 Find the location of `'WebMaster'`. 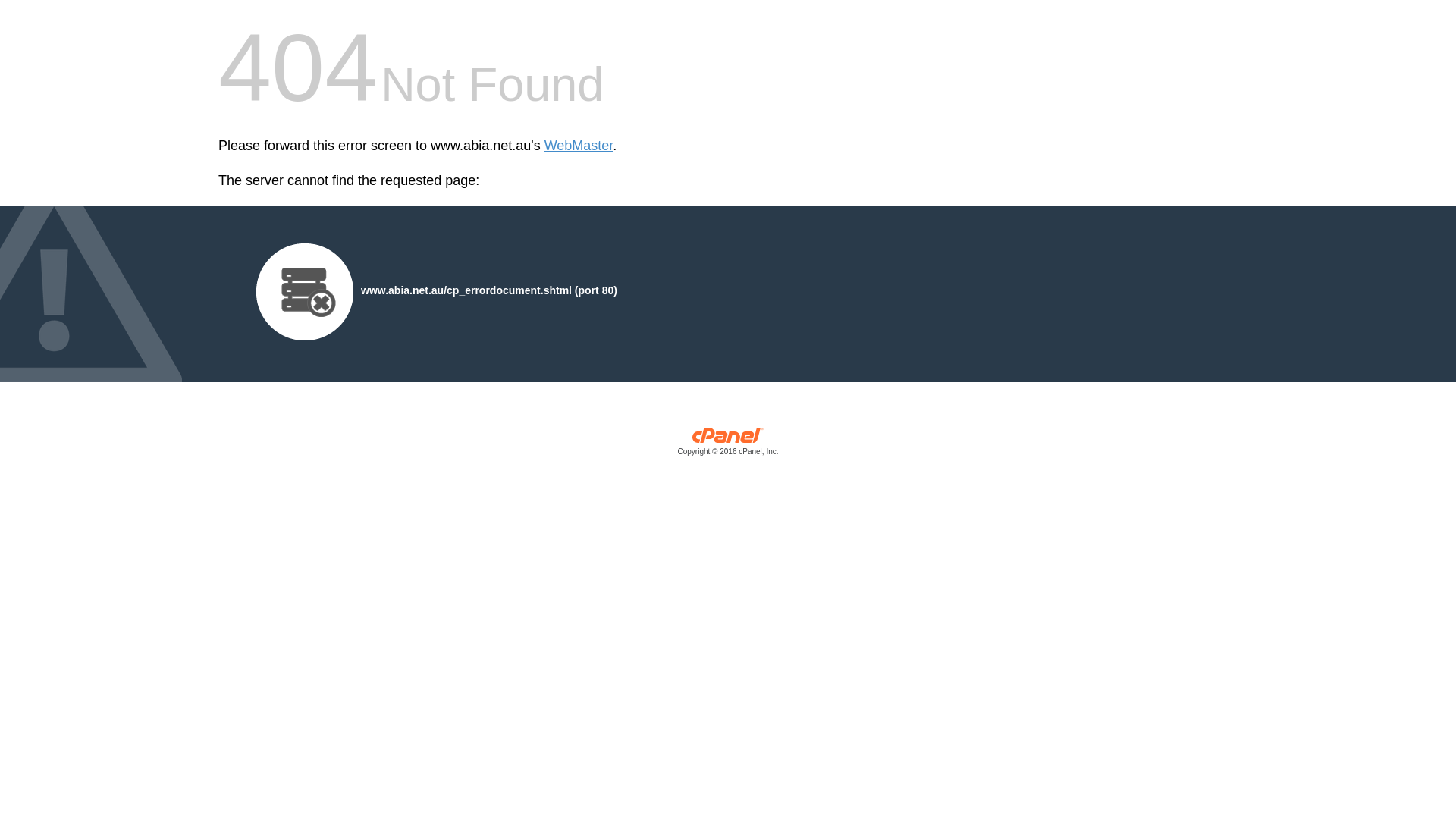

'WebMaster' is located at coordinates (578, 146).